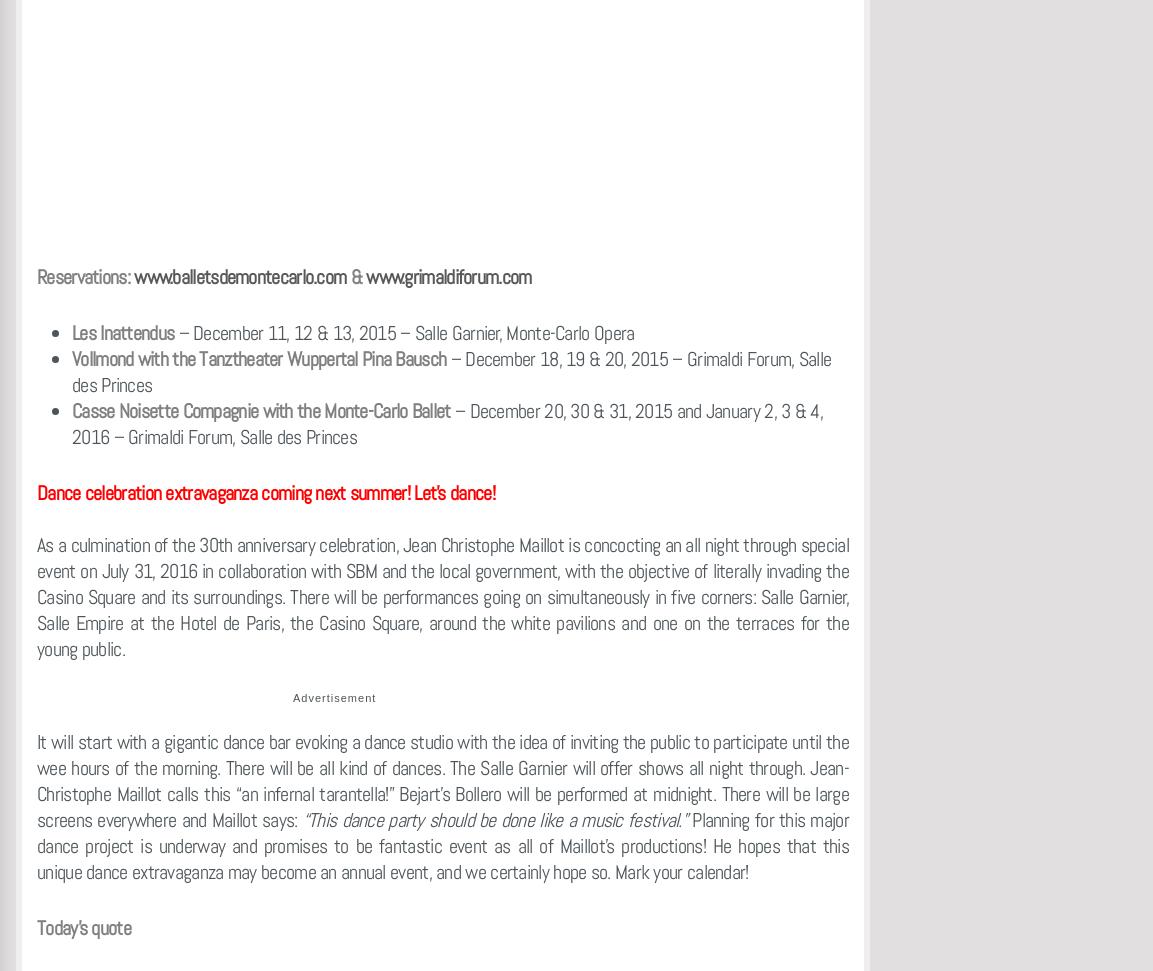  Describe the element at coordinates (442, 845) in the screenshot. I see `'Planning for this major dance project is underway and promises to be fantastic event as all of Maillot’s productions! He hopes that this unique dance extravaganza may become an annual event, and we certainly hope so. Mark your calendar!'` at that location.